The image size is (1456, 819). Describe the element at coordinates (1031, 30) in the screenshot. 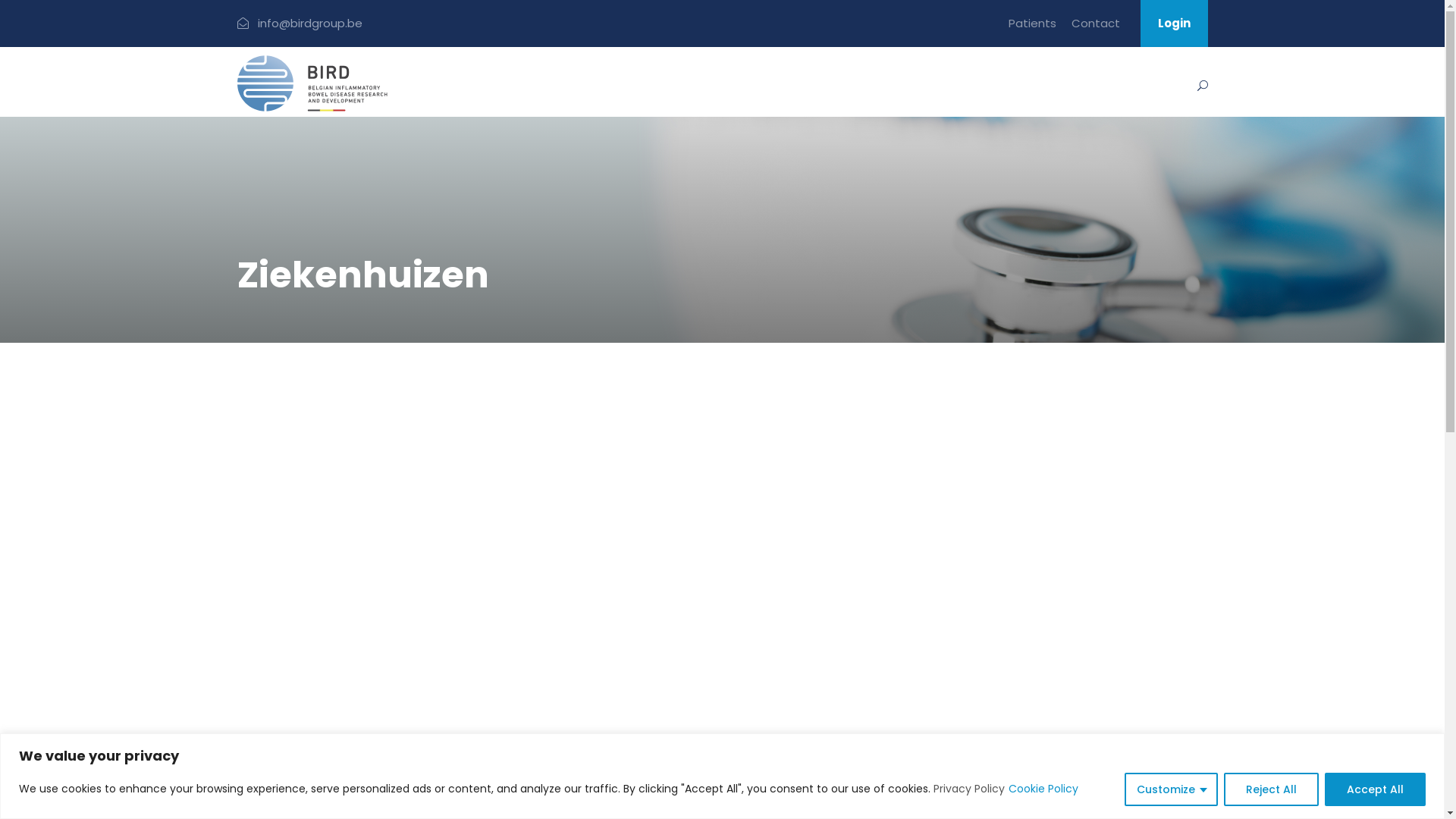

I see `'Patients'` at that location.